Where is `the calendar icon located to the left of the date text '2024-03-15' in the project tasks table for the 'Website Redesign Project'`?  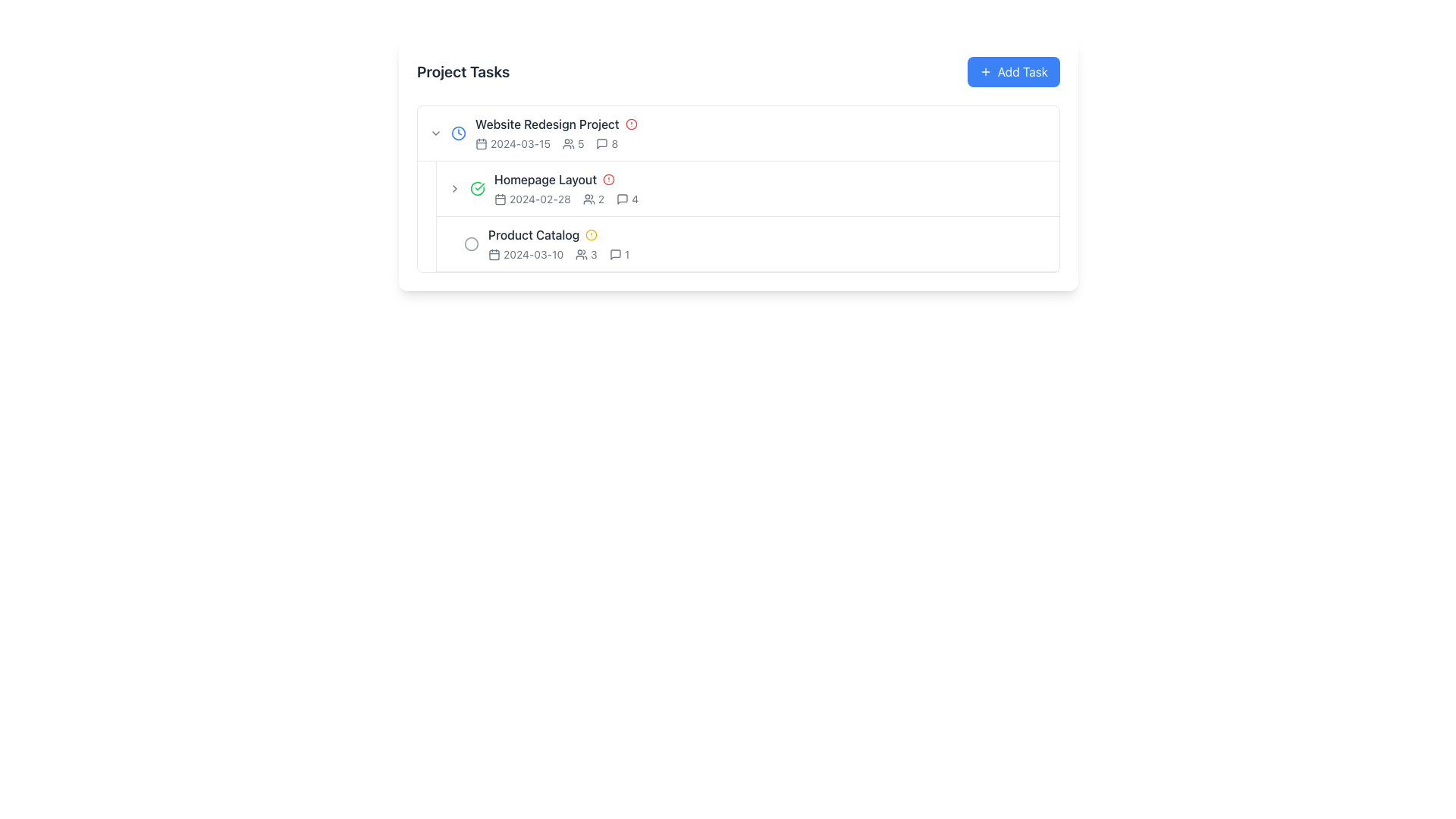 the calendar icon located to the left of the date text '2024-03-15' in the project tasks table for the 'Website Redesign Project' is located at coordinates (480, 143).